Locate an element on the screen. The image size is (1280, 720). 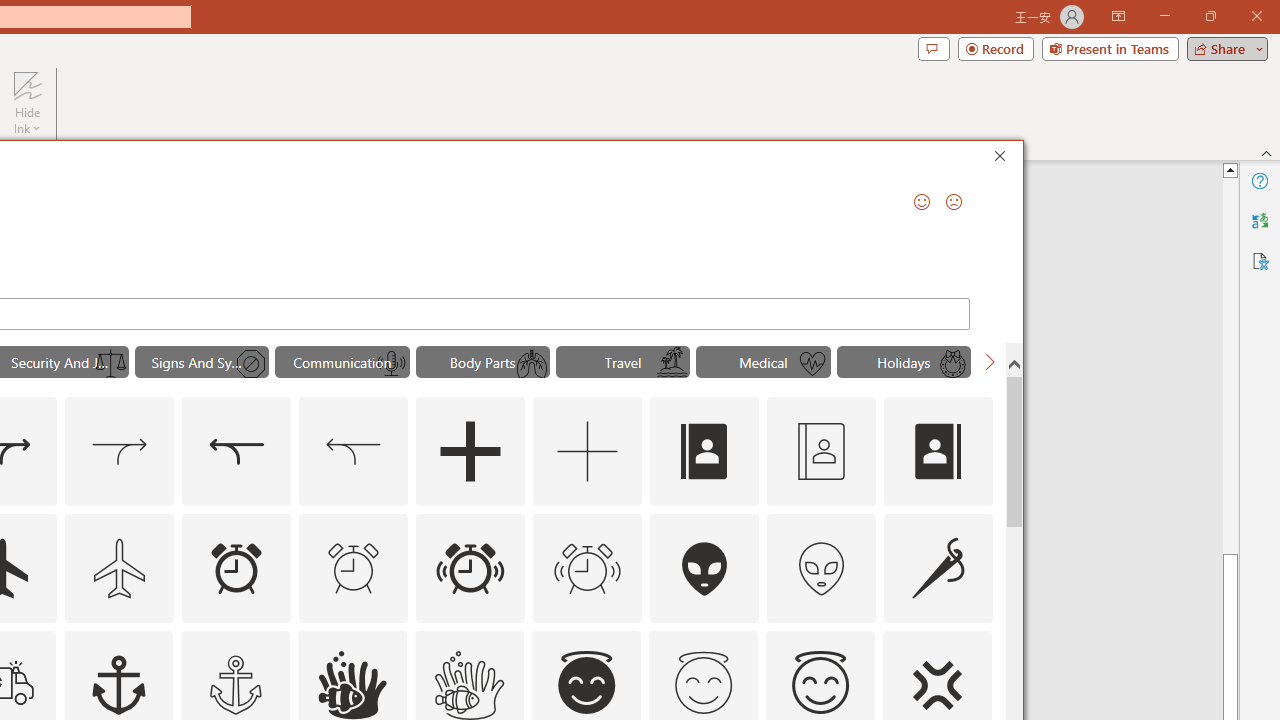
'AutomationID: Icons_StopSign_M' is located at coordinates (249, 364).